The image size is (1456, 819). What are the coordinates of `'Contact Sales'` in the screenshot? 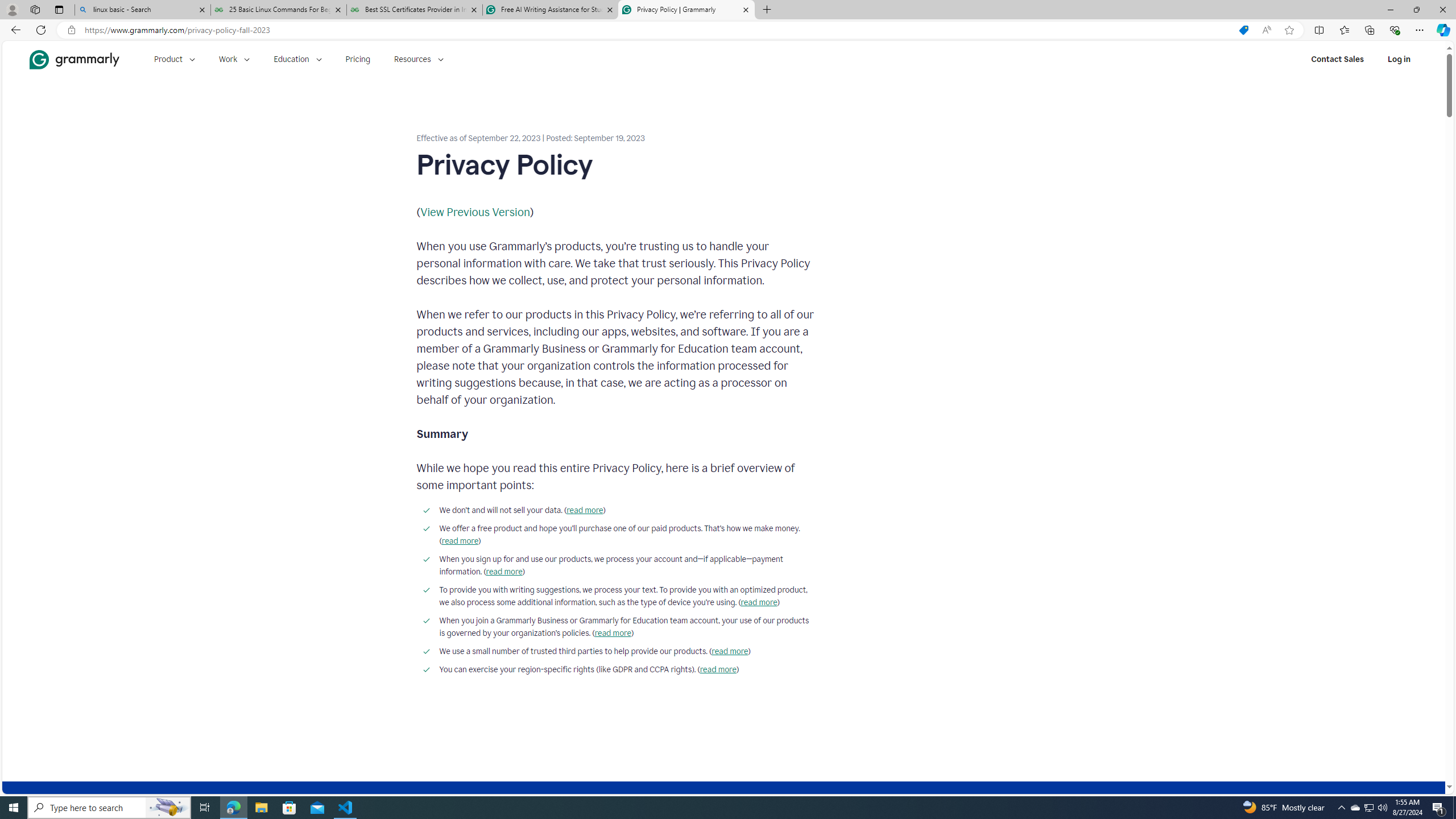 It's located at (1337, 59).